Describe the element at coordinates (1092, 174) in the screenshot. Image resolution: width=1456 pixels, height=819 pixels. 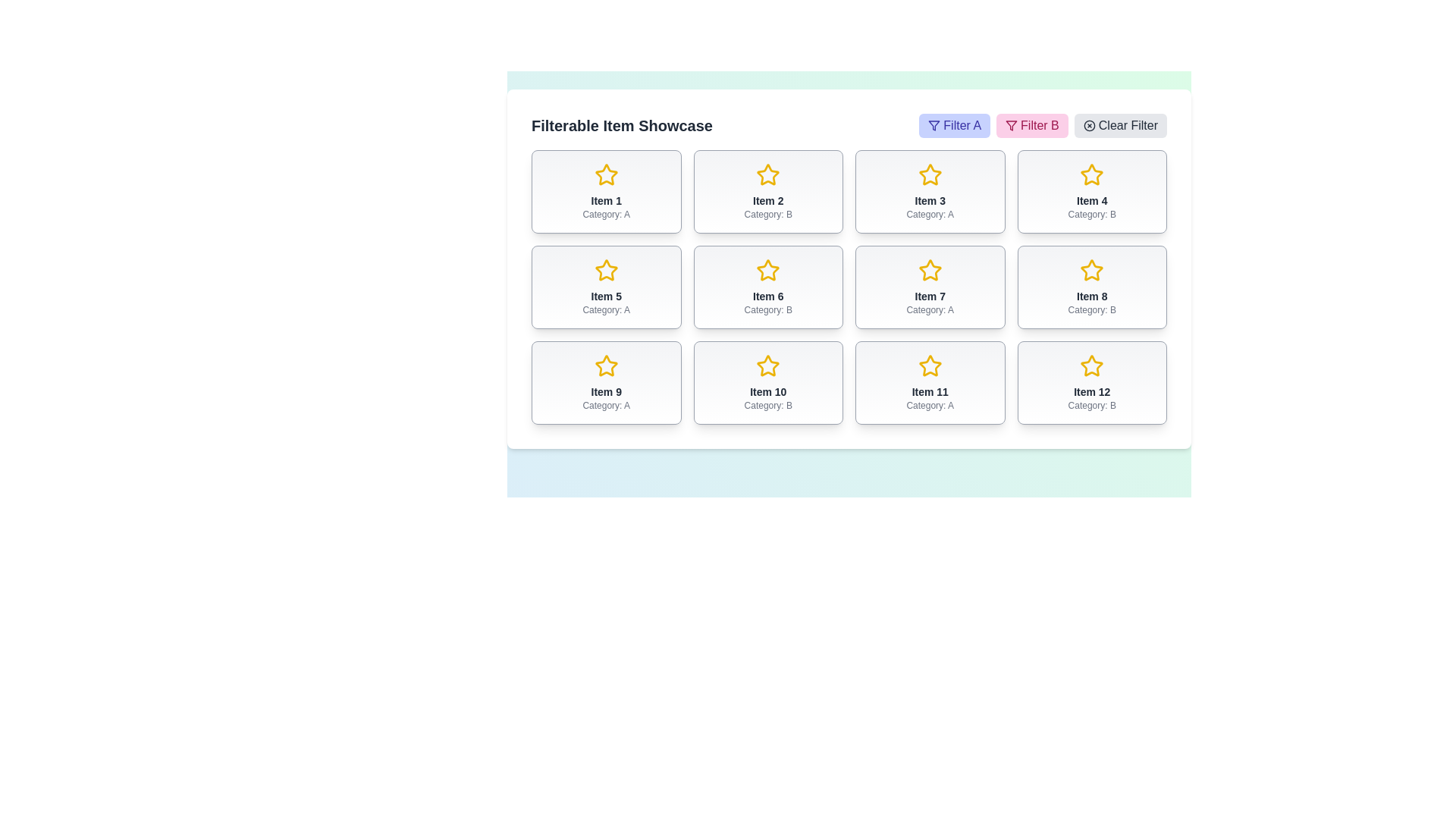
I see `on the star icon (SVG vector graphic) located at the top of the 'Item 4' card in the 'Category: B' section` at that location.